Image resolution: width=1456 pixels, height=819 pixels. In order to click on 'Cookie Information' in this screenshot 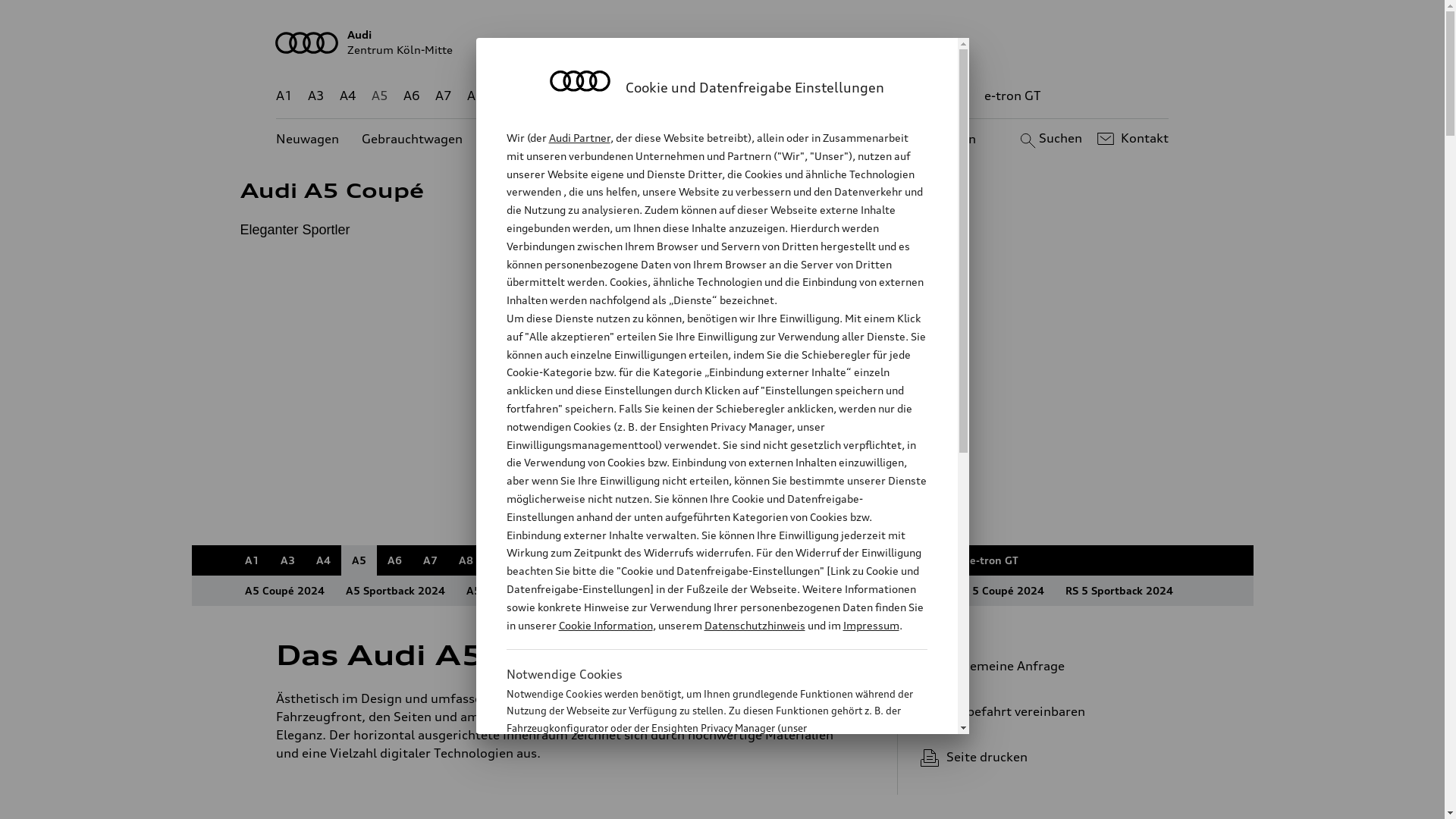, I will do `click(604, 625)`.